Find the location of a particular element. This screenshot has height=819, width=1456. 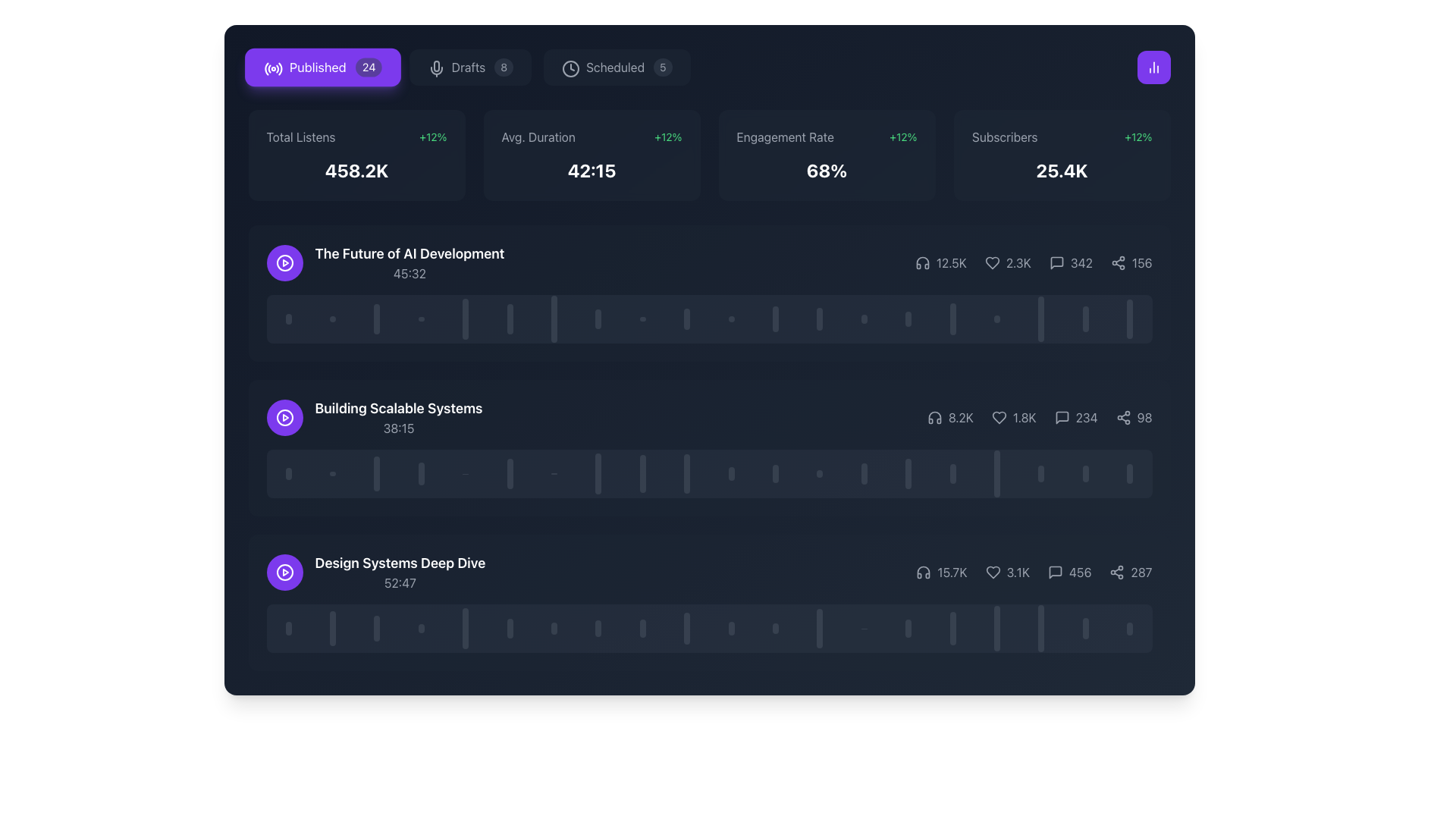

the circular button with a violet background and white play icon located at the top left of the row labeled 'The Future of AI Development - 45:32' is located at coordinates (284, 262).